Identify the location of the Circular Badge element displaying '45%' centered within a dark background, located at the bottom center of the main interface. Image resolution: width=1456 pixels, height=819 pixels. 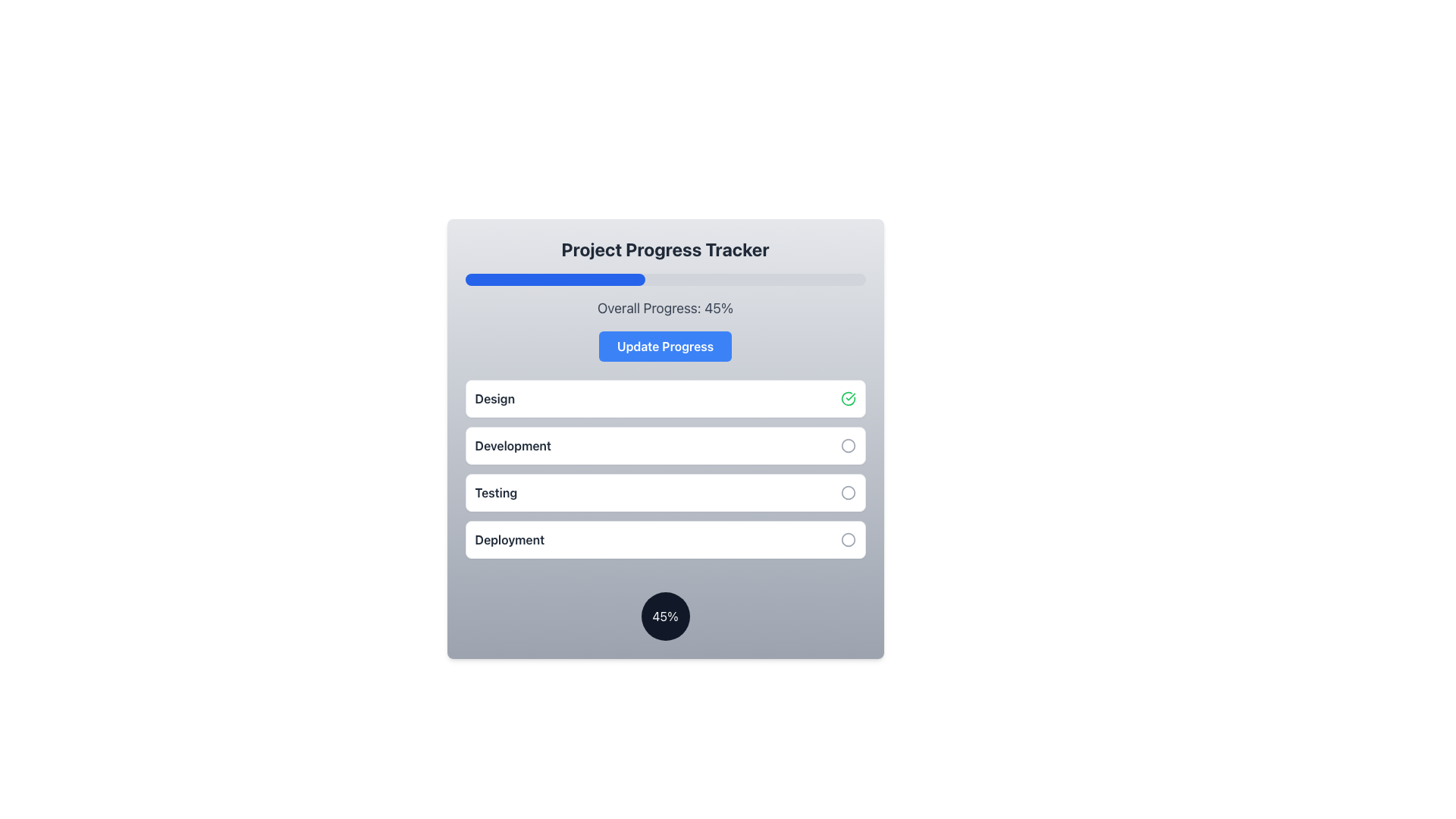
(665, 617).